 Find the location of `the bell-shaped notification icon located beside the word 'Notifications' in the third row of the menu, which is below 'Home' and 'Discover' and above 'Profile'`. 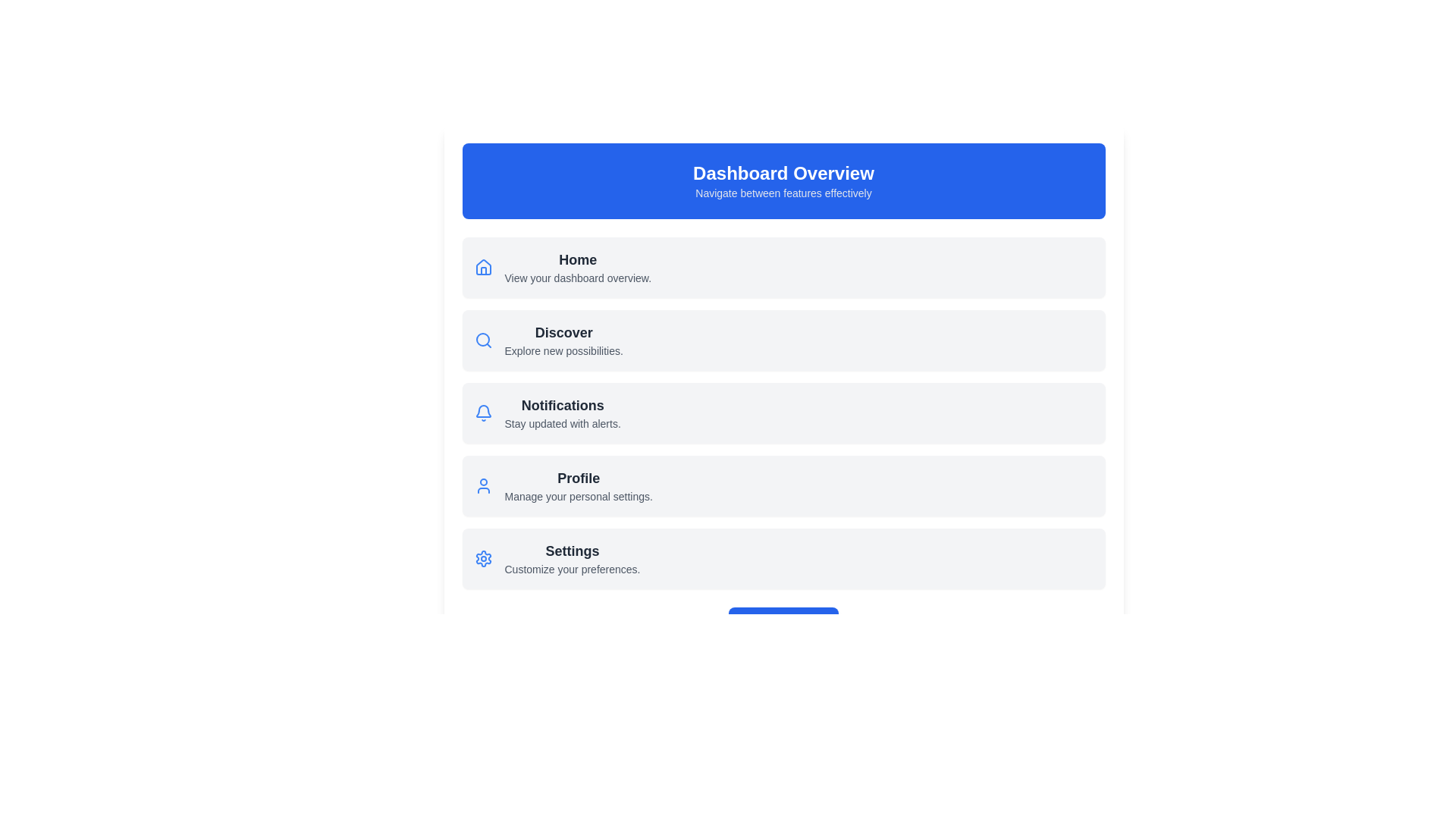

the bell-shaped notification icon located beside the word 'Notifications' in the third row of the menu, which is below 'Home' and 'Discover' and above 'Profile' is located at coordinates (482, 411).